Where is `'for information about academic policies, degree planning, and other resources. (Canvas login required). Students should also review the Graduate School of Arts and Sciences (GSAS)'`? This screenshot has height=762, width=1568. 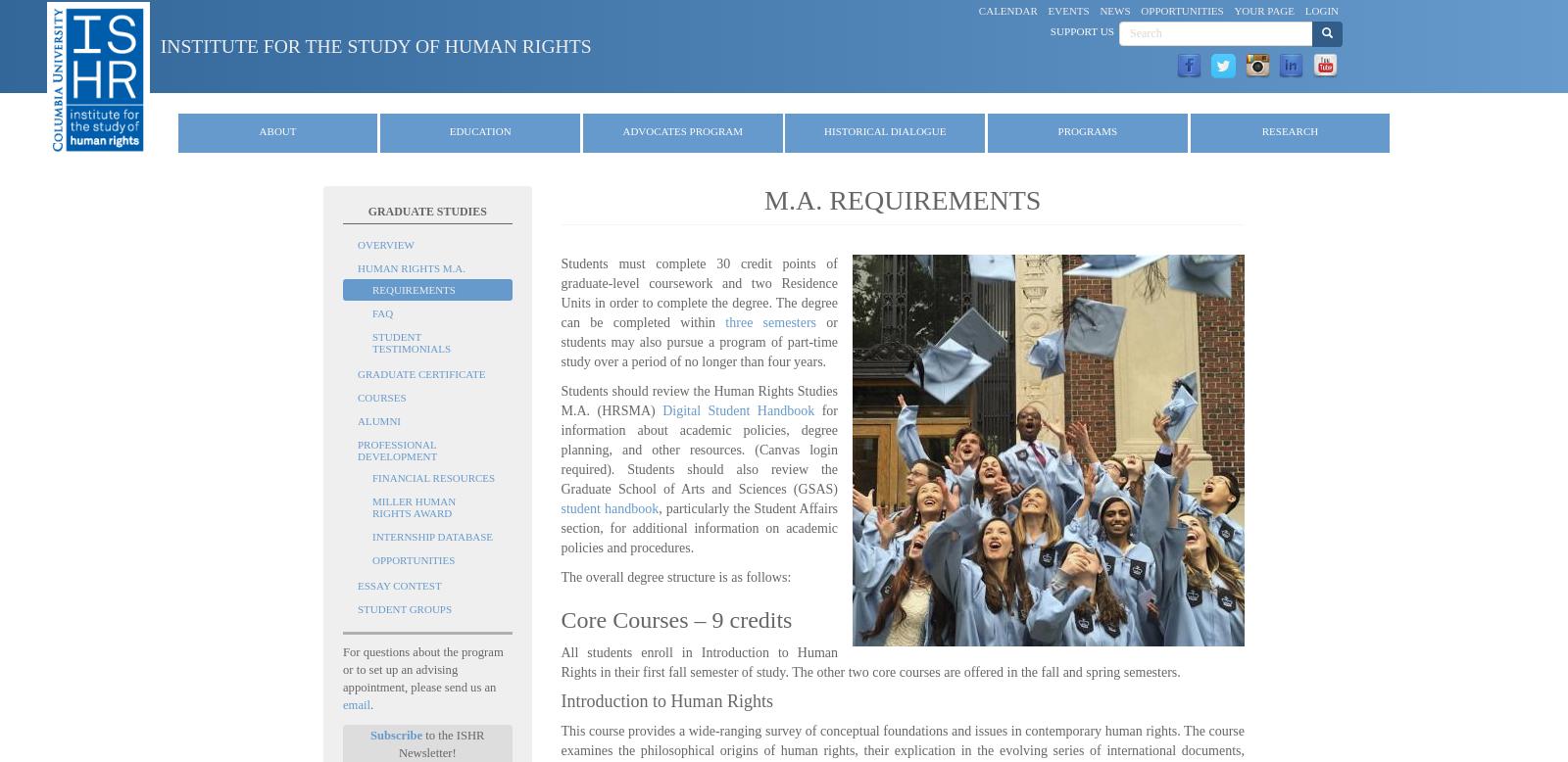 'for information about academic policies, degree planning, and other resources. (Canvas login required). Students should also review the Graduate School of Arts and Sciences (GSAS)' is located at coordinates (560, 449).